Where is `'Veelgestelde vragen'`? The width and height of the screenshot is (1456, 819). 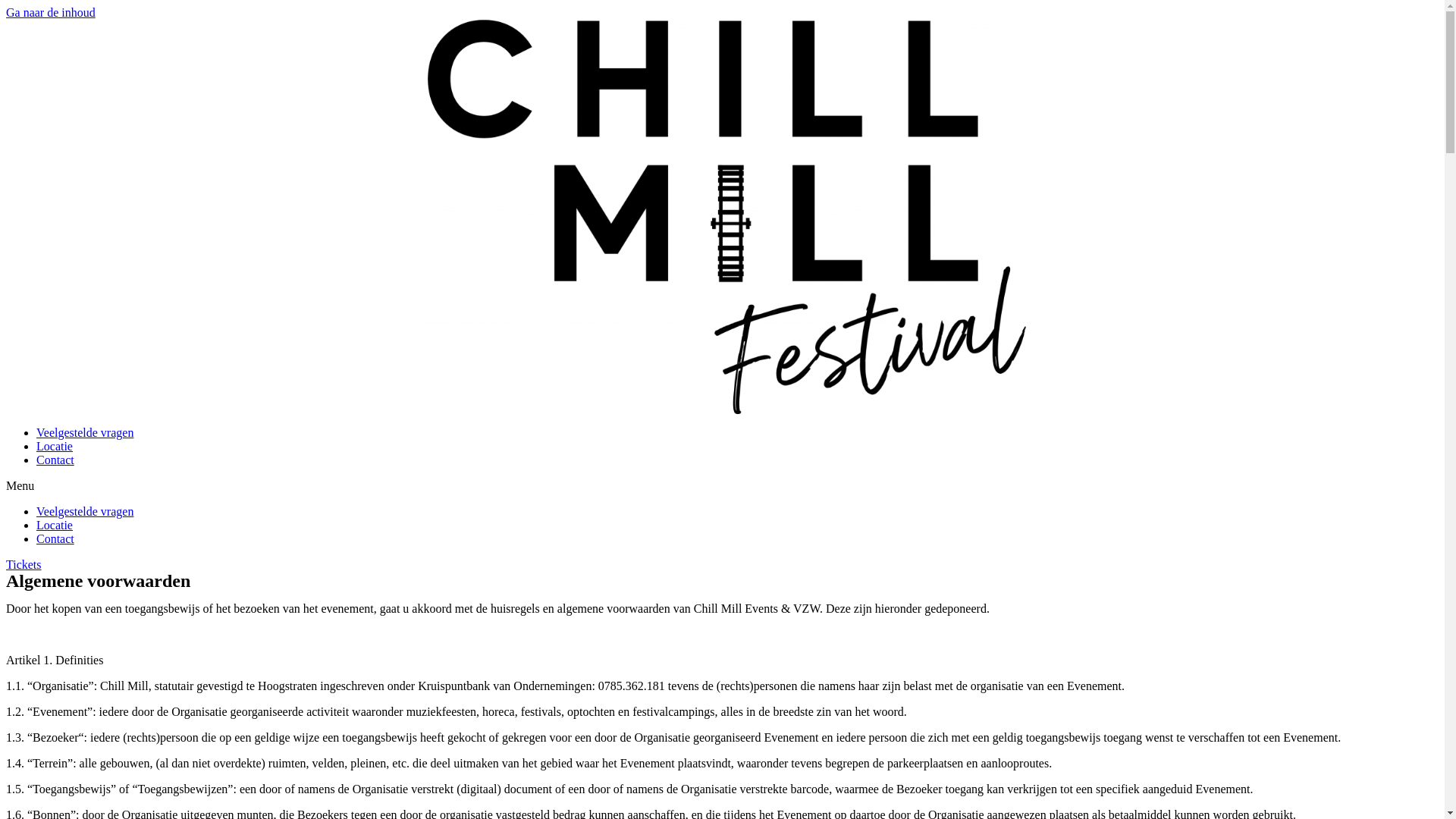
'Veelgestelde vragen' is located at coordinates (83, 432).